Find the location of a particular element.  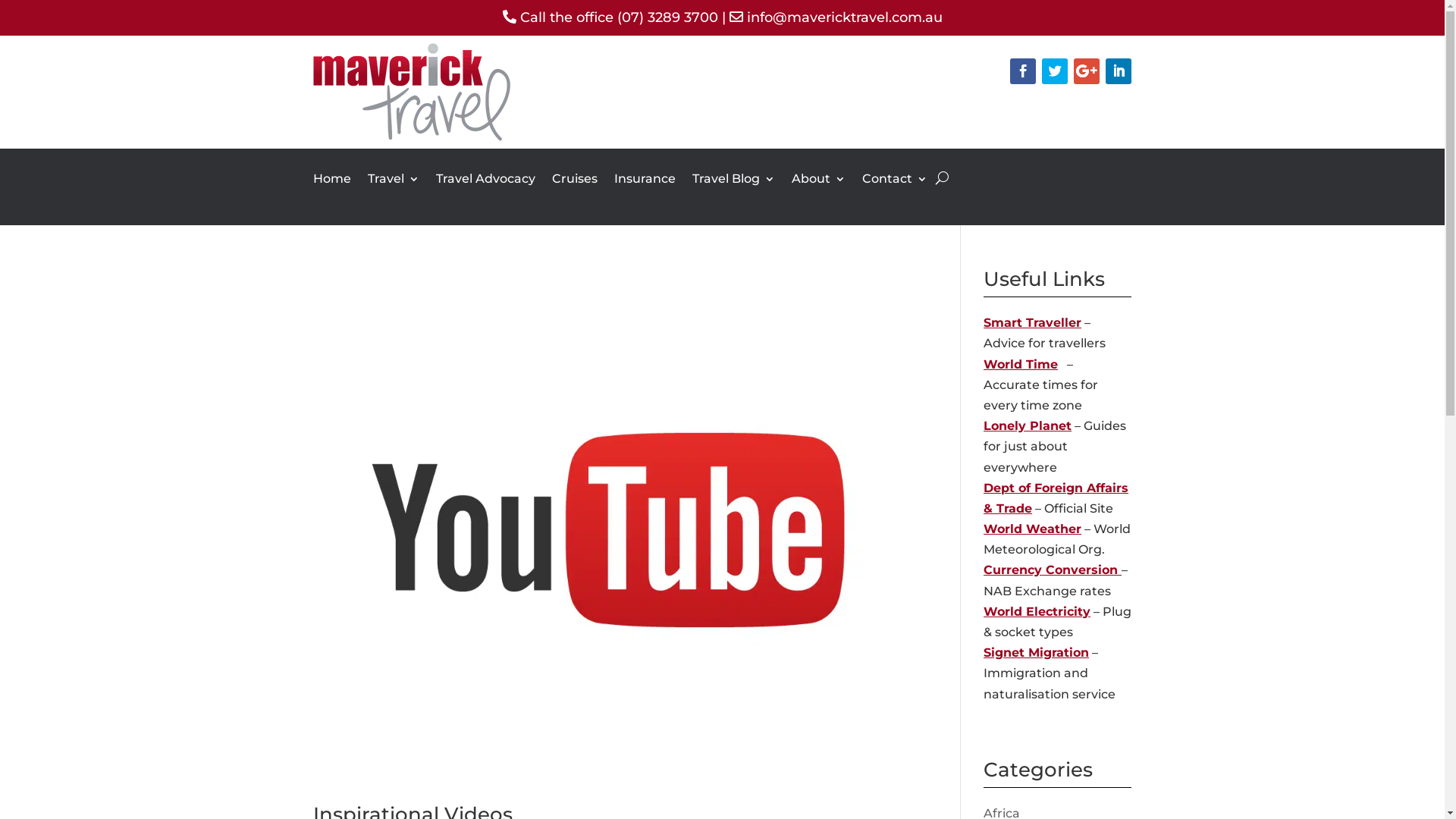

'Follow on Facebook' is located at coordinates (1022, 71).